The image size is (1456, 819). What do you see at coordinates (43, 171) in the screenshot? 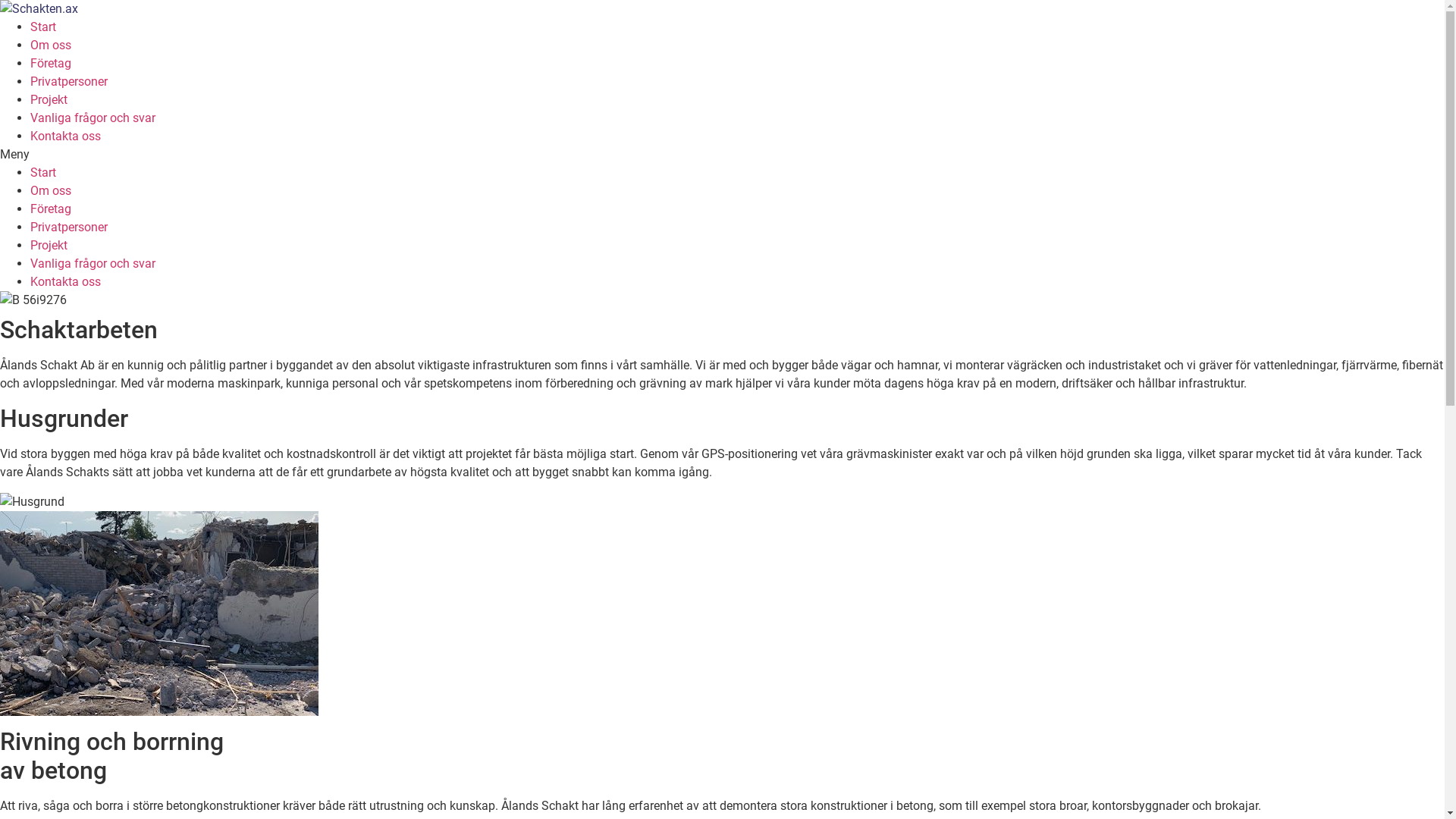
I see `'Start'` at bounding box center [43, 171].